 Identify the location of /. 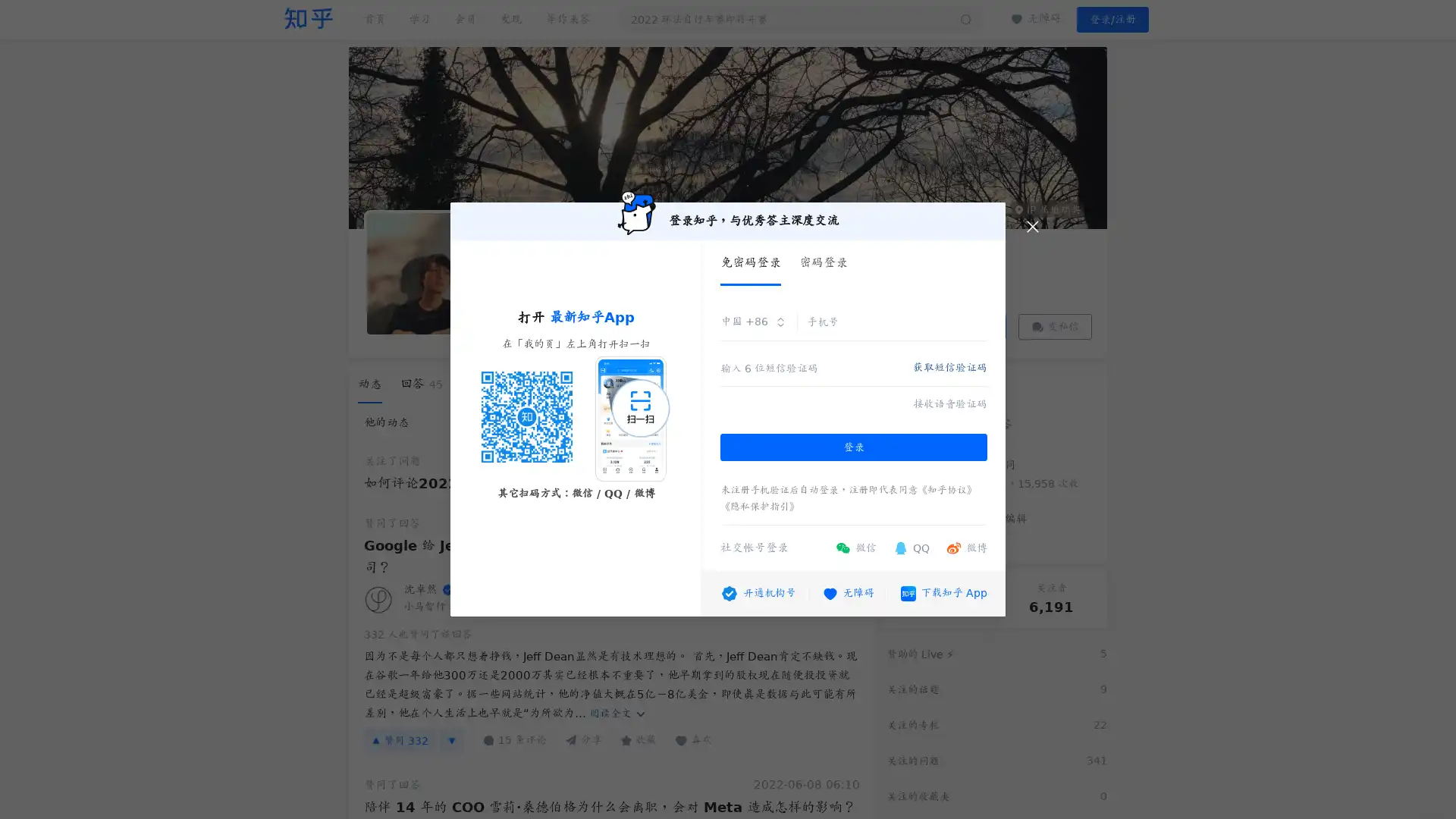
(1112, 20).